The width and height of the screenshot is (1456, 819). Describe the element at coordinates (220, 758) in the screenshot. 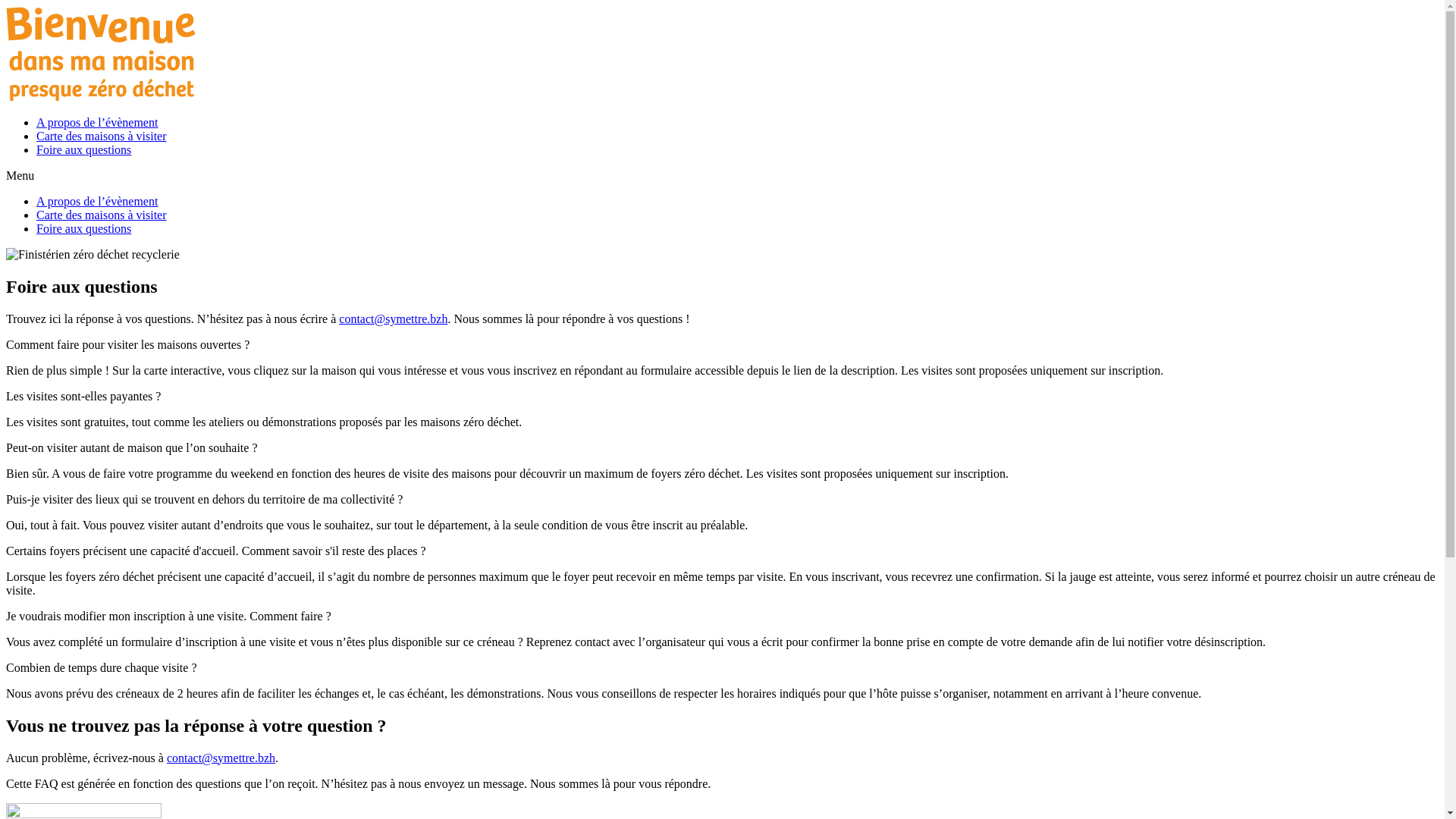

I see `'contact@symettre.bzh'` at that location.